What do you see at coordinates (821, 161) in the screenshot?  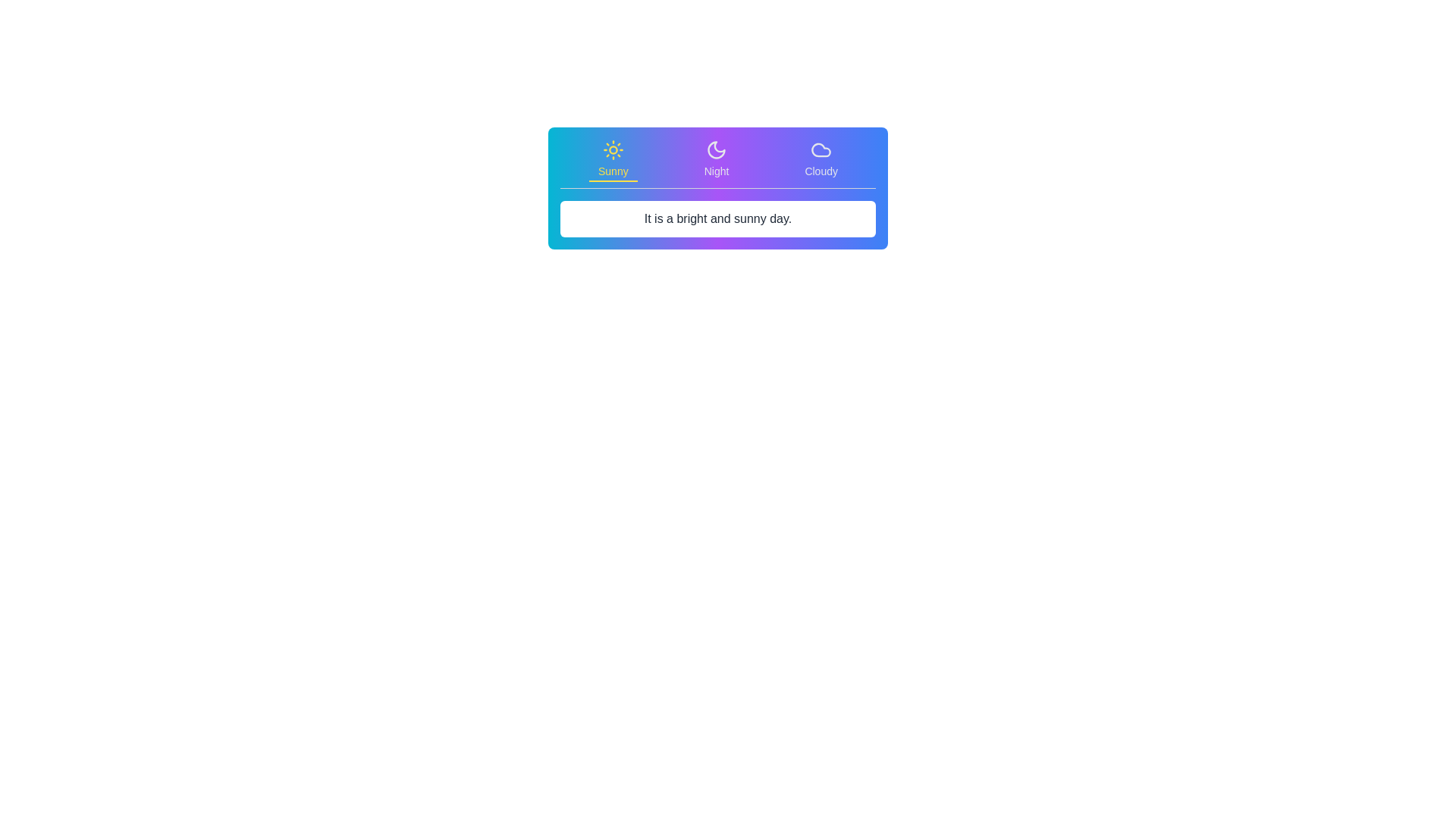 I see `the 'Cloudy' button with a cloud icon` at bounding box center [821, 161].